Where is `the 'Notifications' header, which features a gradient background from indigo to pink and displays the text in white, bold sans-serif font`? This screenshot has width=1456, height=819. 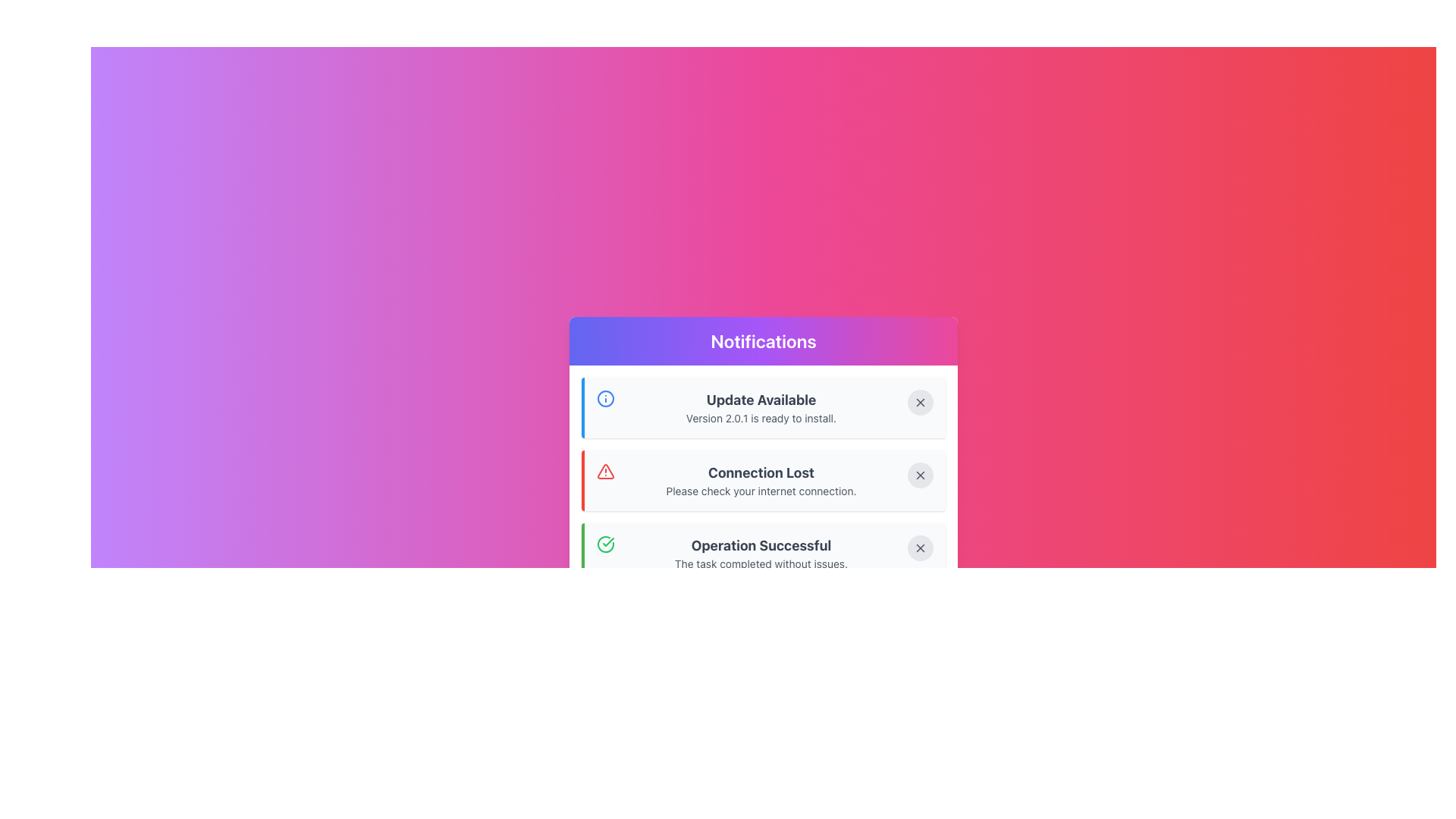 the 'Notifications' header, which features a gradient background from indigo to pink and displays the text in white, bold sans-serif font is located at coordinates (764, 341).